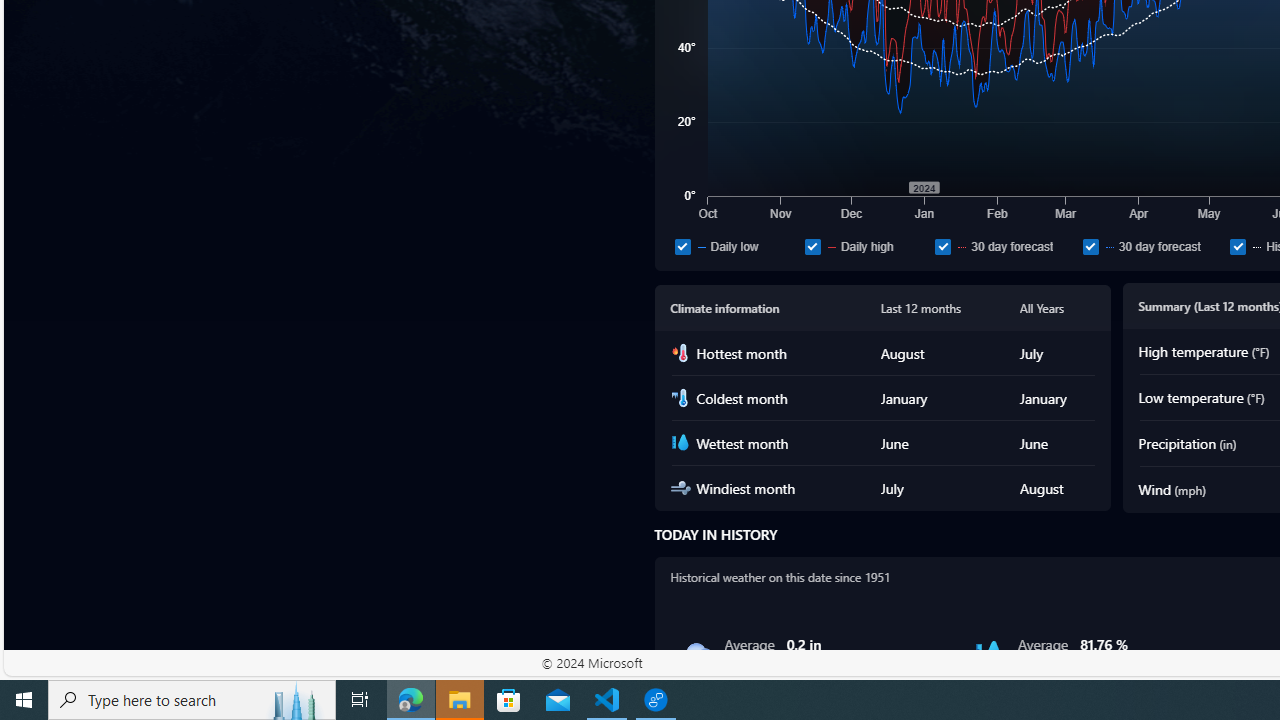 This screenshot has height=720, width=1280. What do you see at coordinates (1237, 245) in the screenshot?
I see `'Historical daily temperature'` at bounding box center [1237, 245].